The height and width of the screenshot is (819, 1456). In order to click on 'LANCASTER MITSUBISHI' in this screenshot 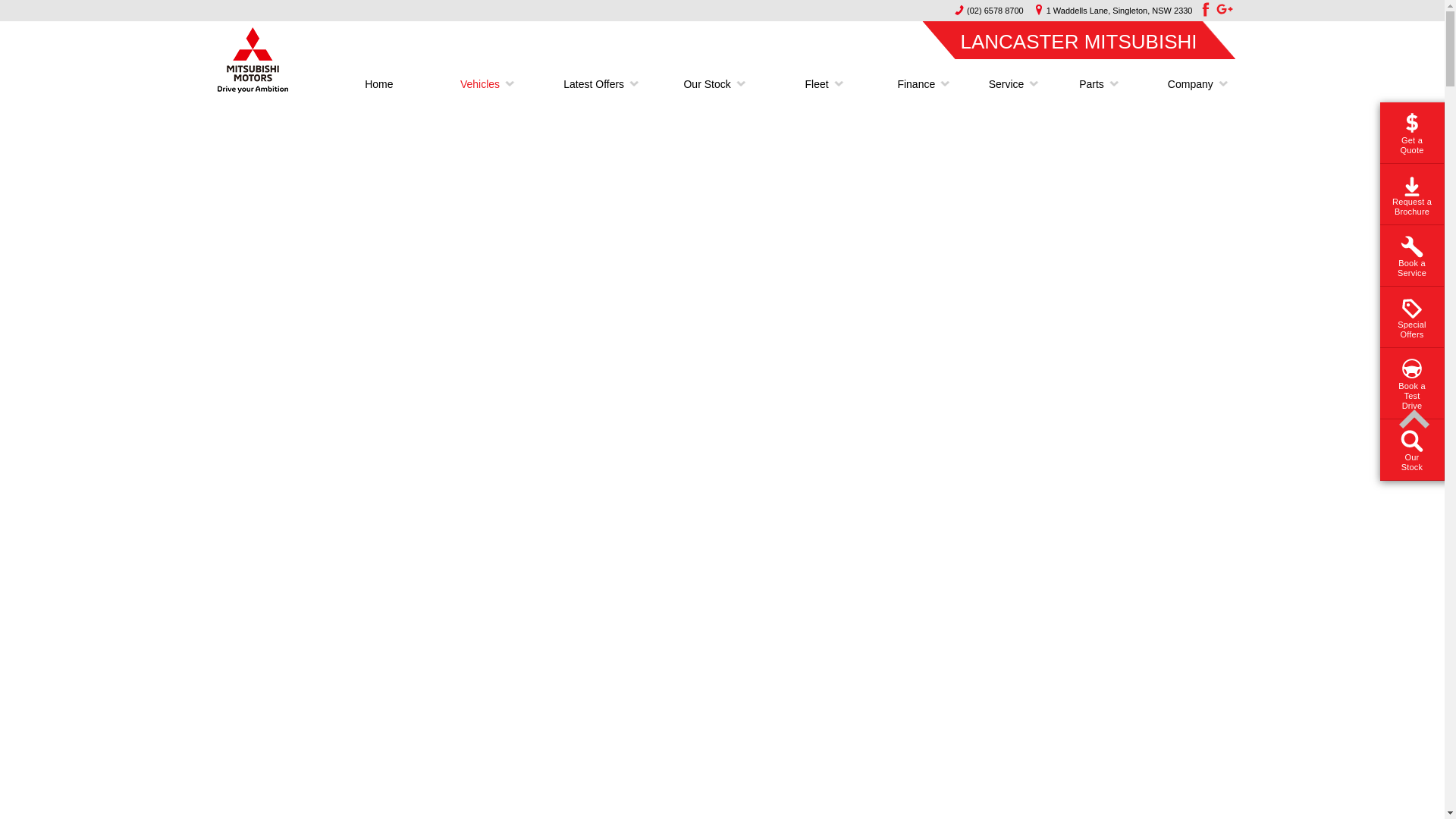, I will do `click(1077, 39)`.